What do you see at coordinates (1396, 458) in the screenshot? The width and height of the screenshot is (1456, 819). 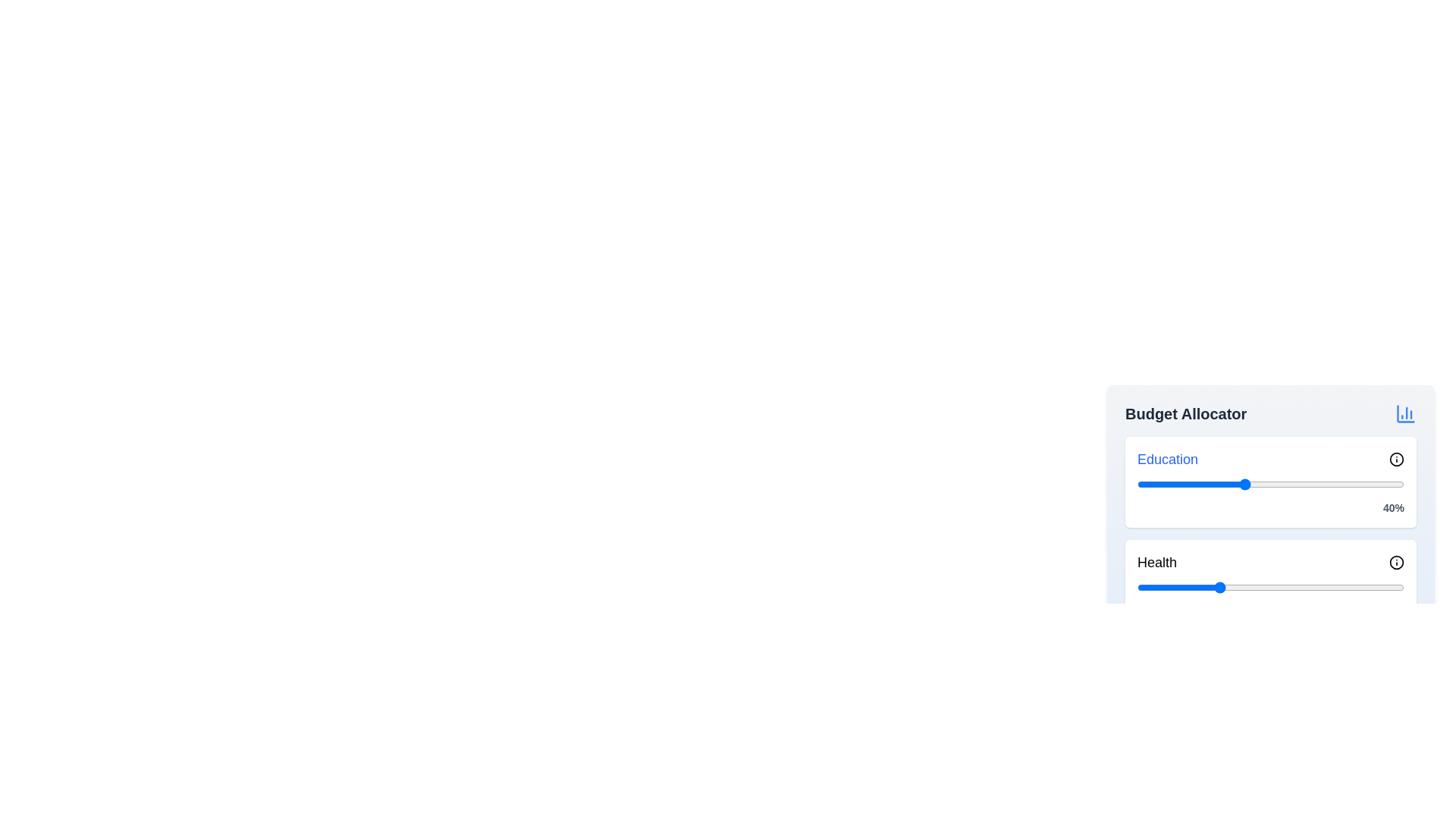 I see `the info icon next to the 'Education' category` at bounding box center [1396, 458].